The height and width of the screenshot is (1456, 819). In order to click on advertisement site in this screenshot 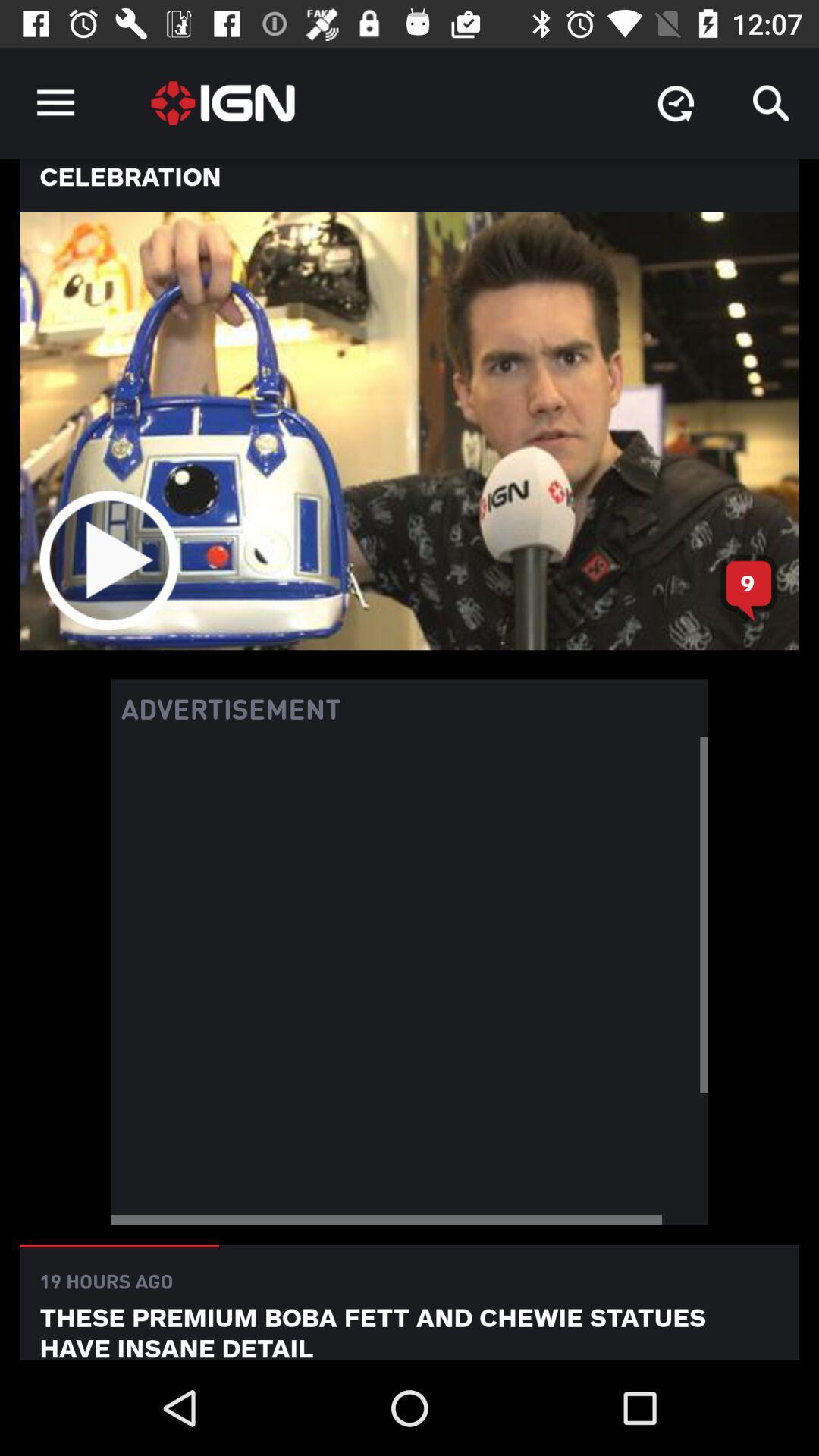, I will do `click(409, 981)`.